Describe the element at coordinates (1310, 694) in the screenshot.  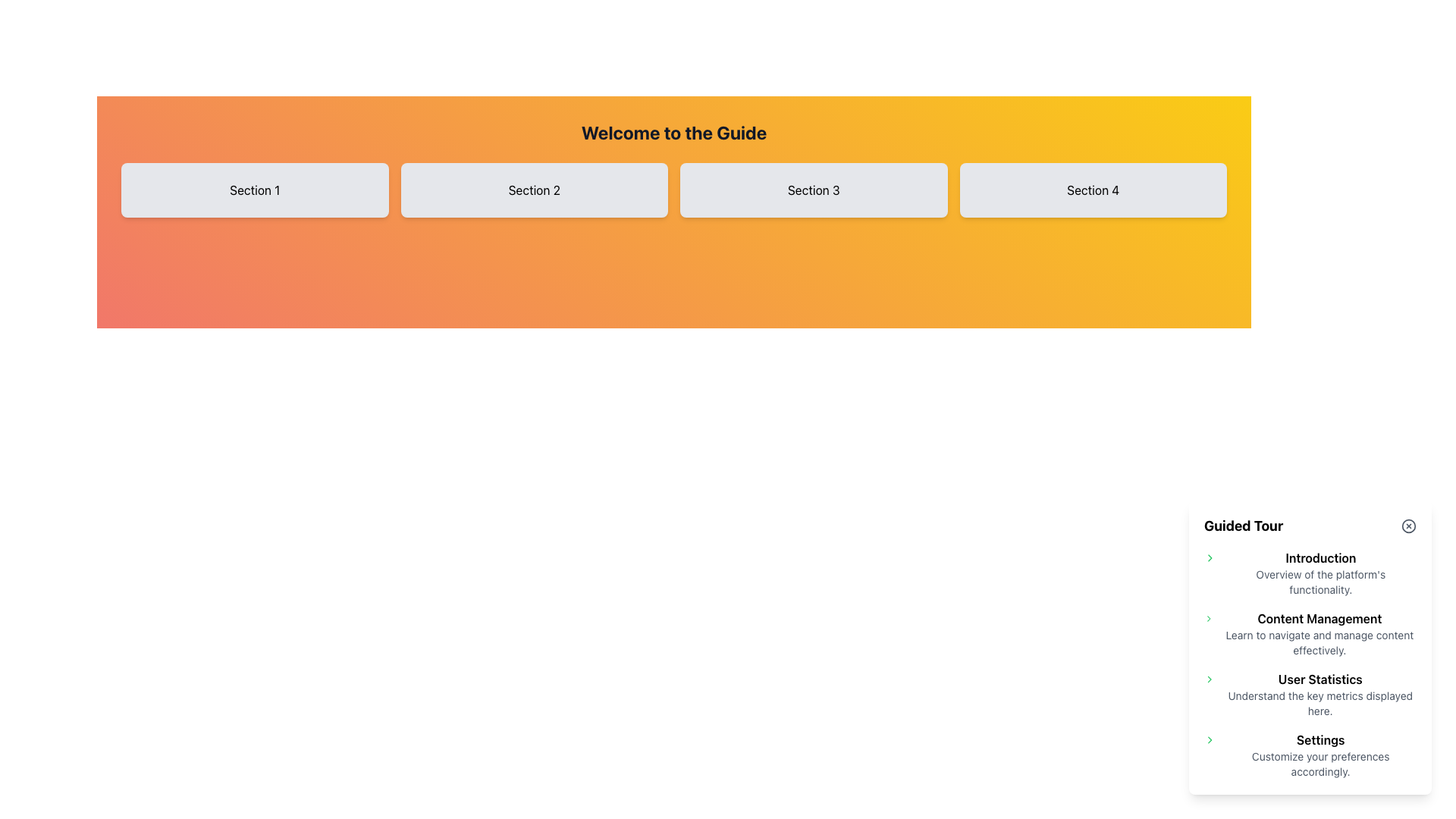
I see `the green chevron icon next to the 'User Statistics' title` at that location.